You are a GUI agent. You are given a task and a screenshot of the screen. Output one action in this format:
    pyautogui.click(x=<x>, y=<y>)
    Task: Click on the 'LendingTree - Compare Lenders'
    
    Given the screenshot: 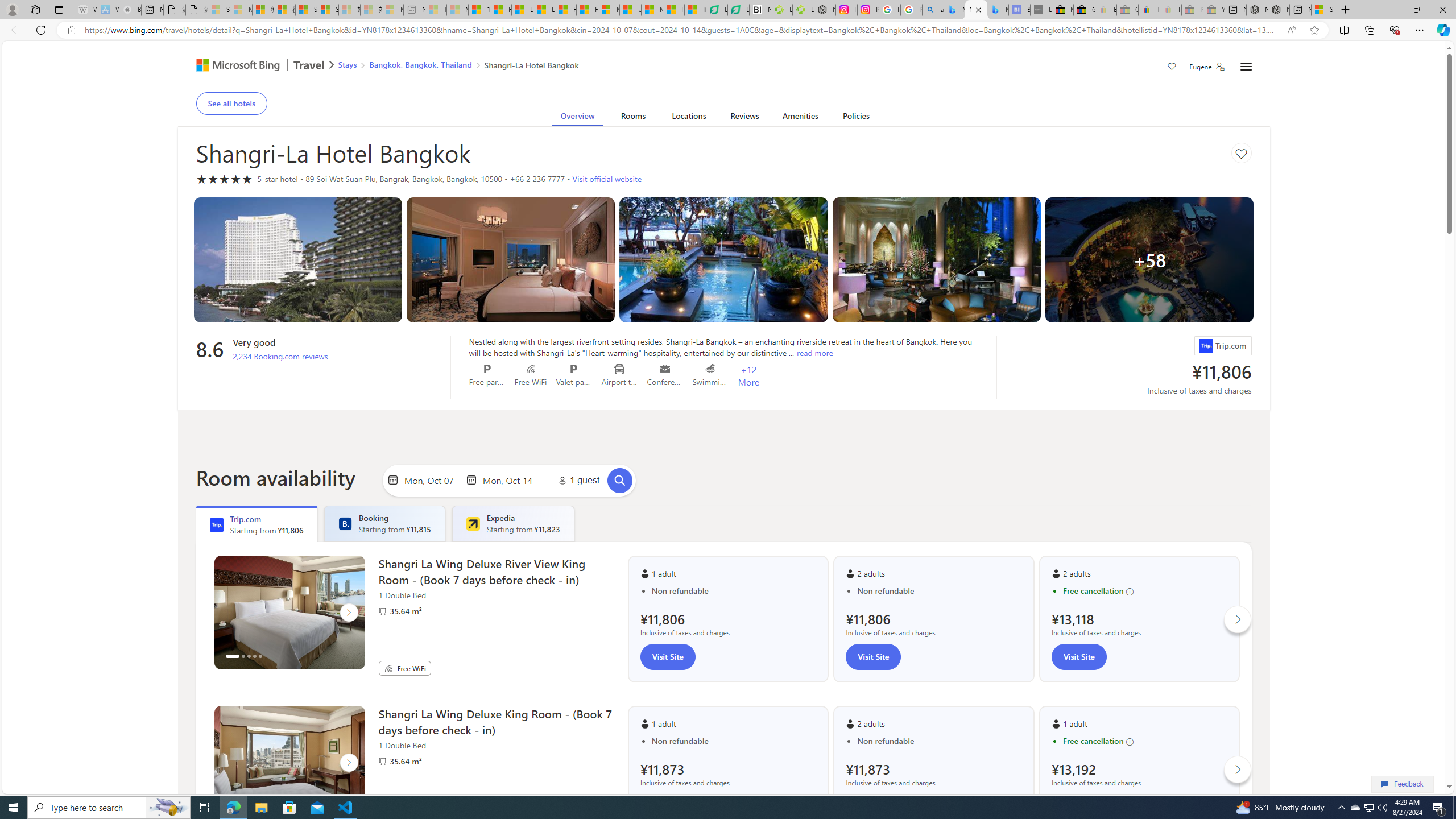 What is the action you would take?
    pyautogui.click(x=737, y=9)
    